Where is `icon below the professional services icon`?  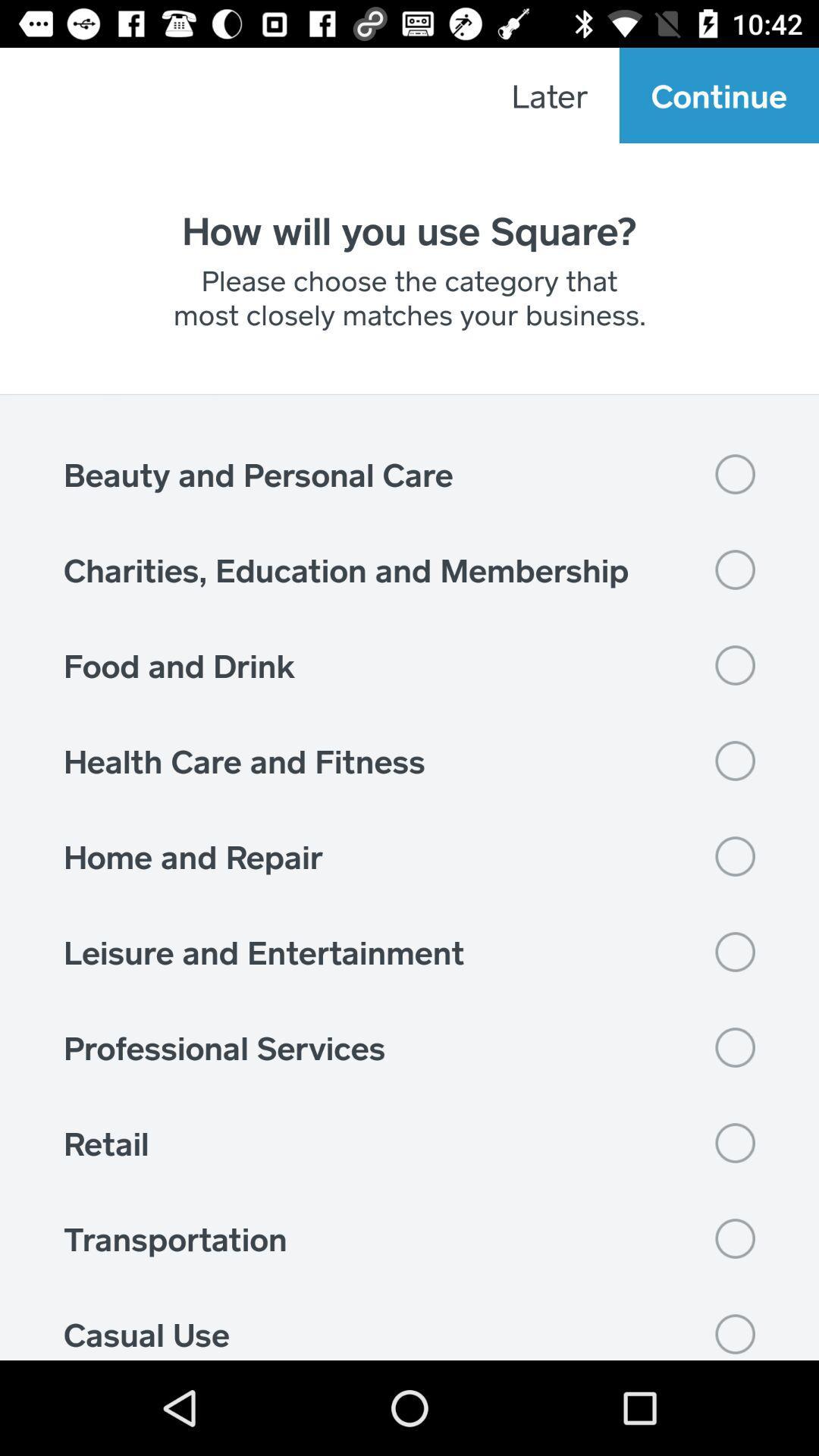
icon below the professional services icon is located at coordinates (409, 1143).